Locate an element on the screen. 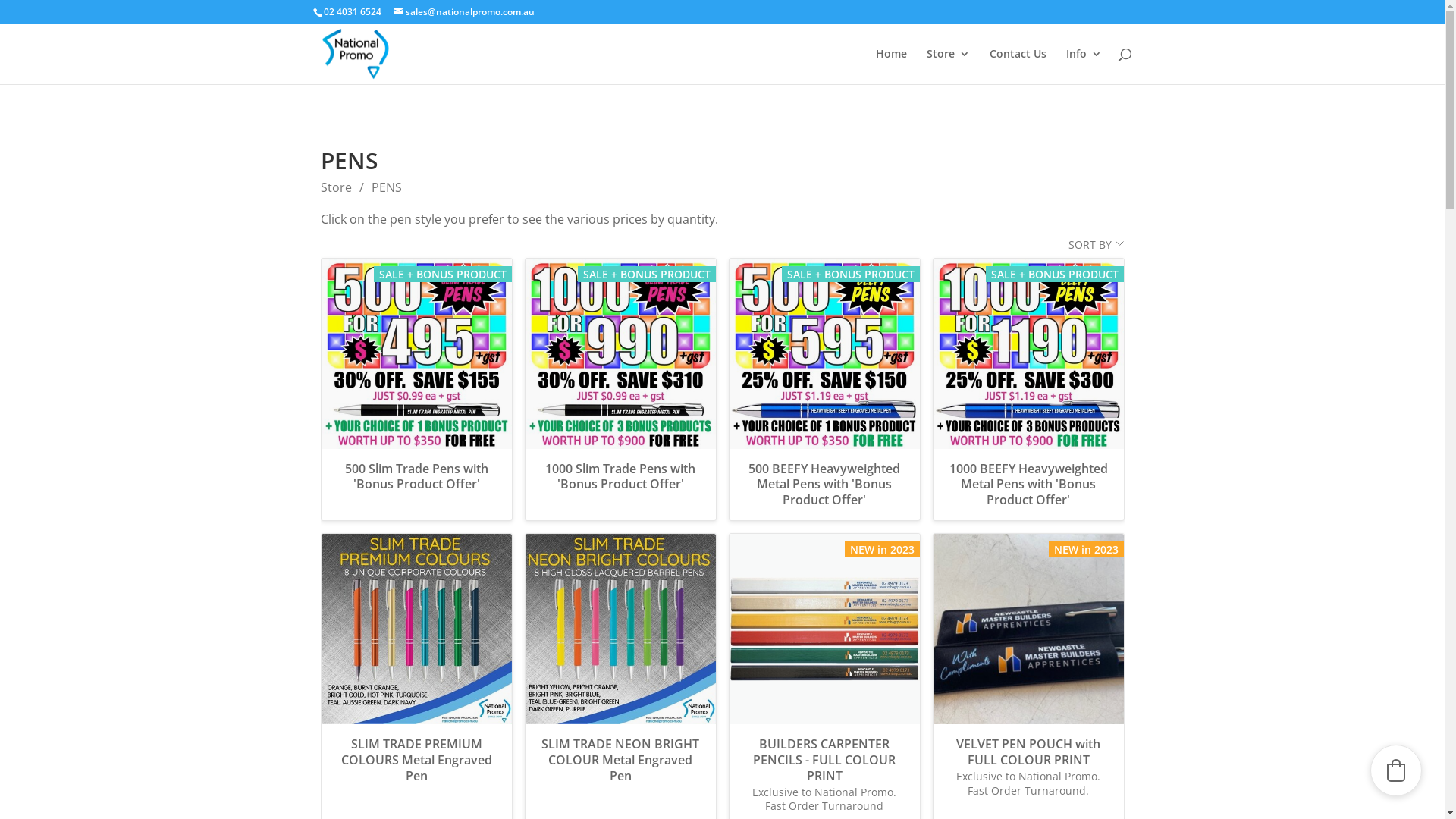 This screenshot has width=1456, height=819. 'BUILDERS CARPENTER PENCILS - FULL COLOUR PRINT' is located at coordinates (824, 760).